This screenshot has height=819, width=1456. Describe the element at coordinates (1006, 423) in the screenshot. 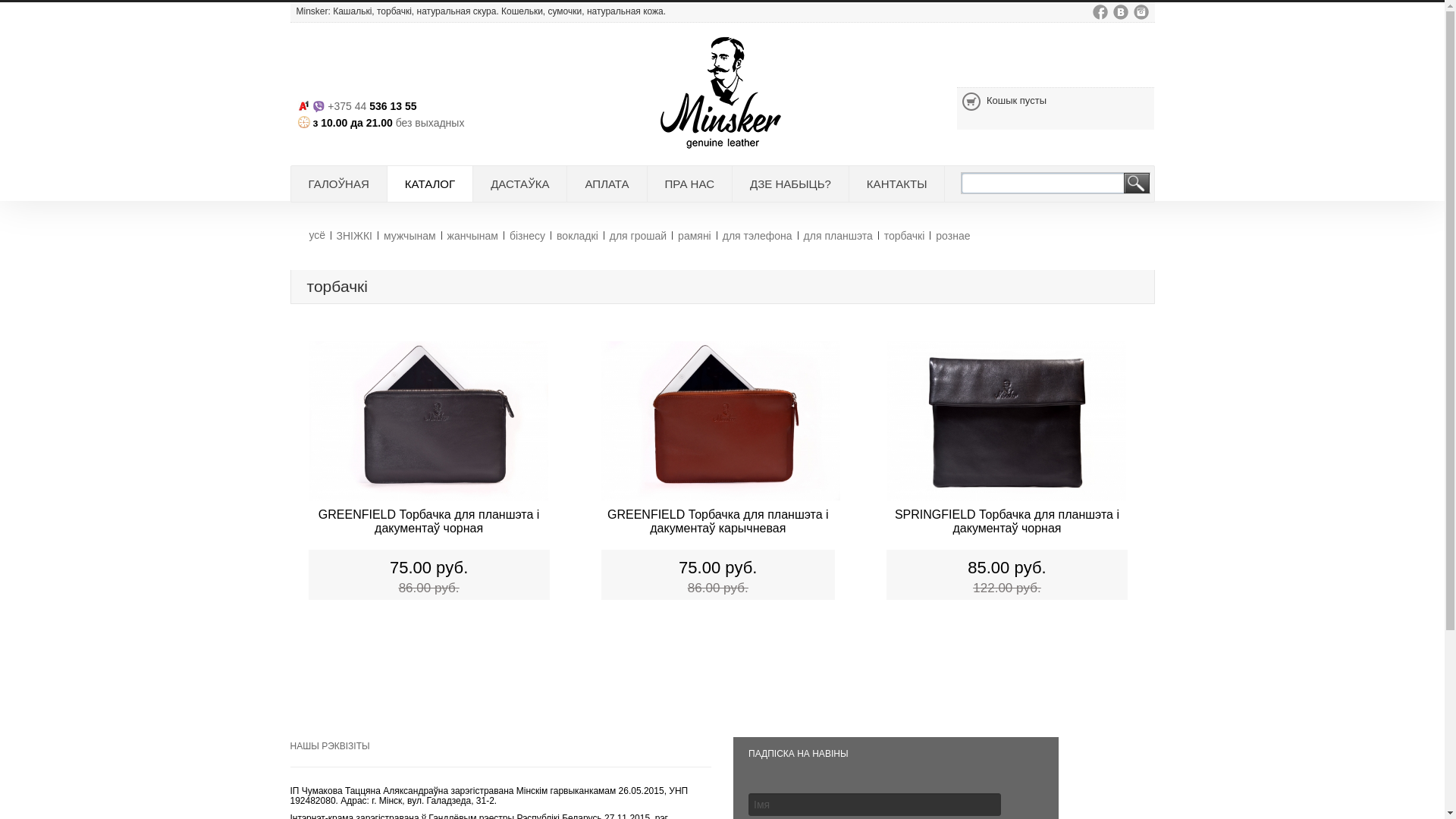

I see `'/katalog/bags/springfield-black.php'` at that location.